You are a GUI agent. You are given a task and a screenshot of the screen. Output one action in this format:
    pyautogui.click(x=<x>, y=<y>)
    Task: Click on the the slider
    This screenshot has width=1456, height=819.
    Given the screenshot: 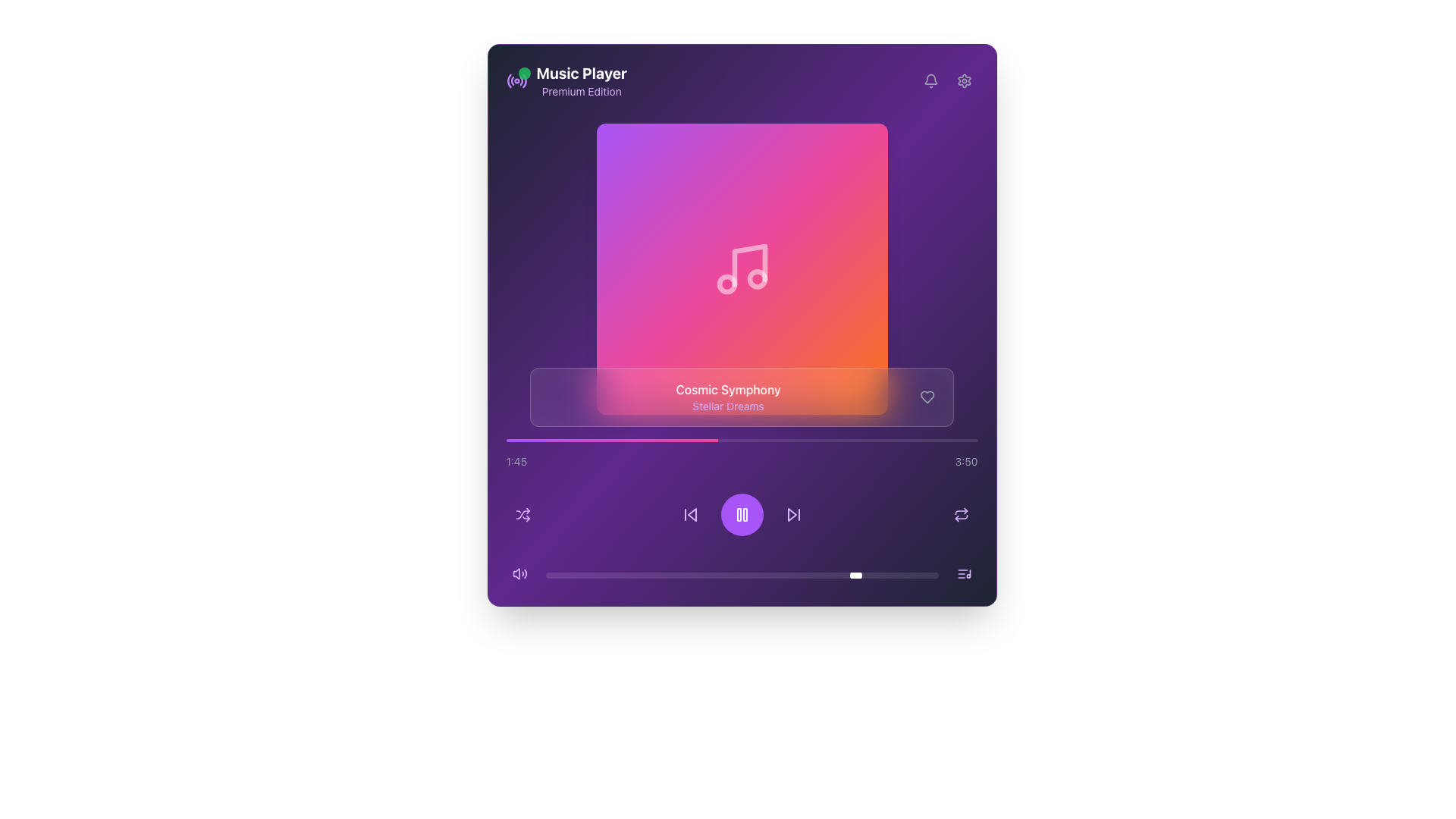 What is the action you would take?
    pyautogui.click(x=765, y=576)
    